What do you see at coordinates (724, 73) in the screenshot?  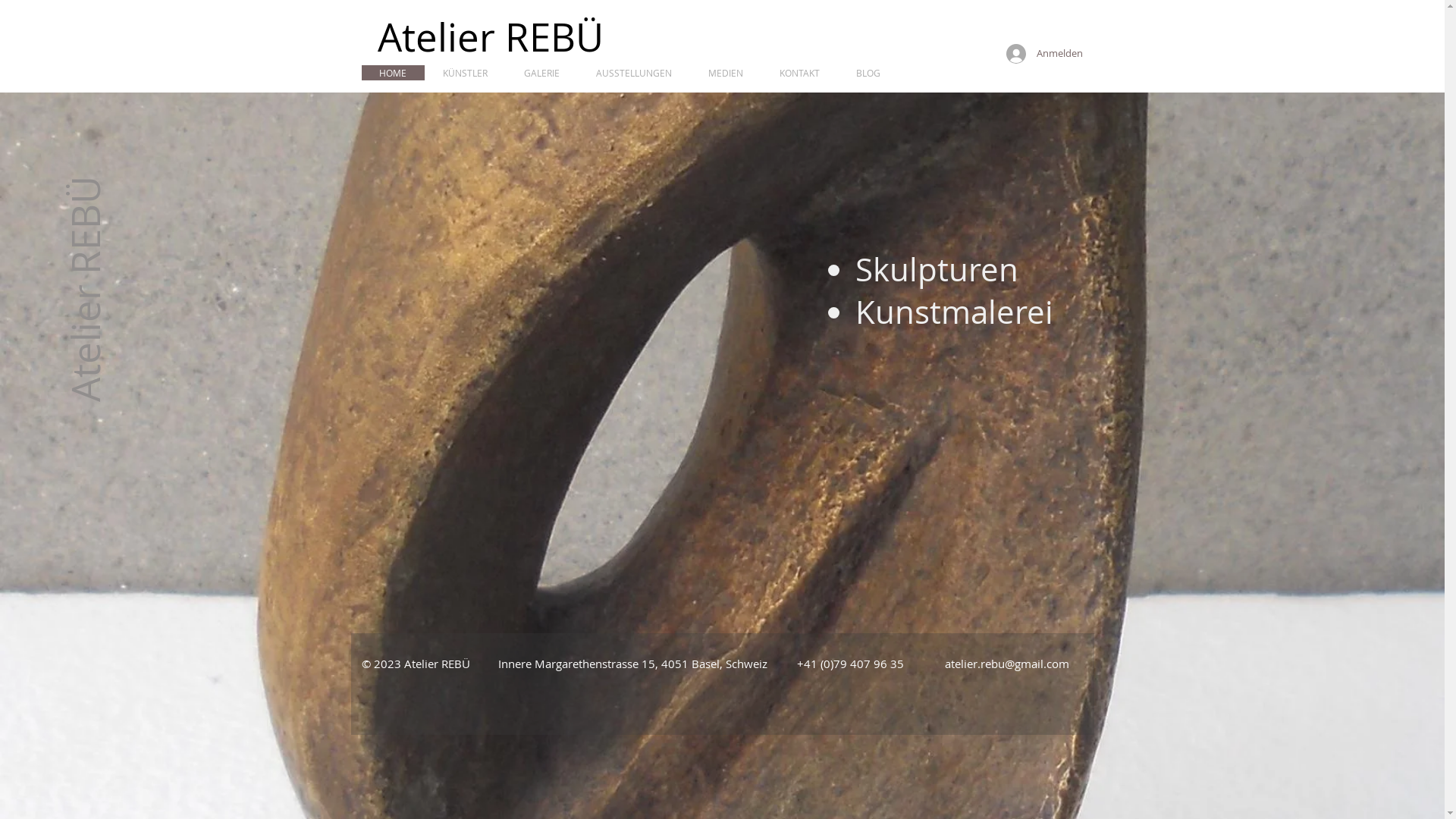 I see `'MEDIEN'` at bounding box center [724, 73].